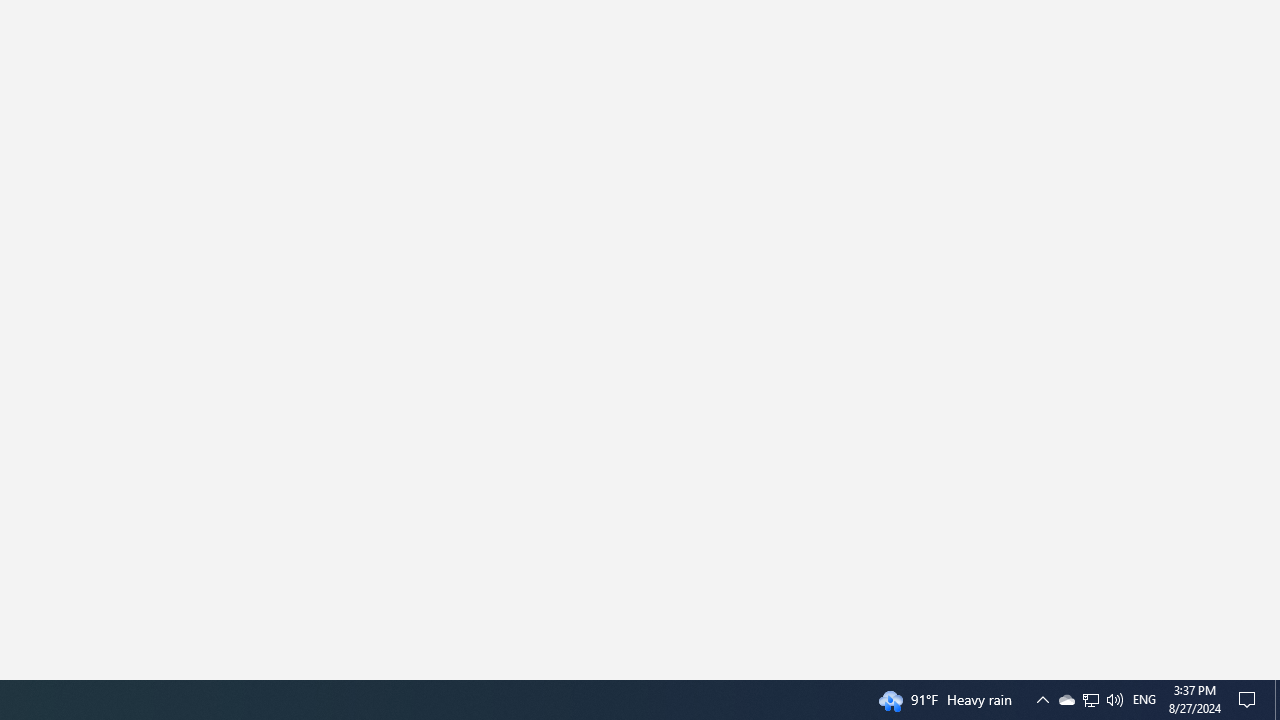 Image resolution: width=1280 pixels, height=720 pixels. I want to click on 'Q2790: 100%', so click(1144, 698).